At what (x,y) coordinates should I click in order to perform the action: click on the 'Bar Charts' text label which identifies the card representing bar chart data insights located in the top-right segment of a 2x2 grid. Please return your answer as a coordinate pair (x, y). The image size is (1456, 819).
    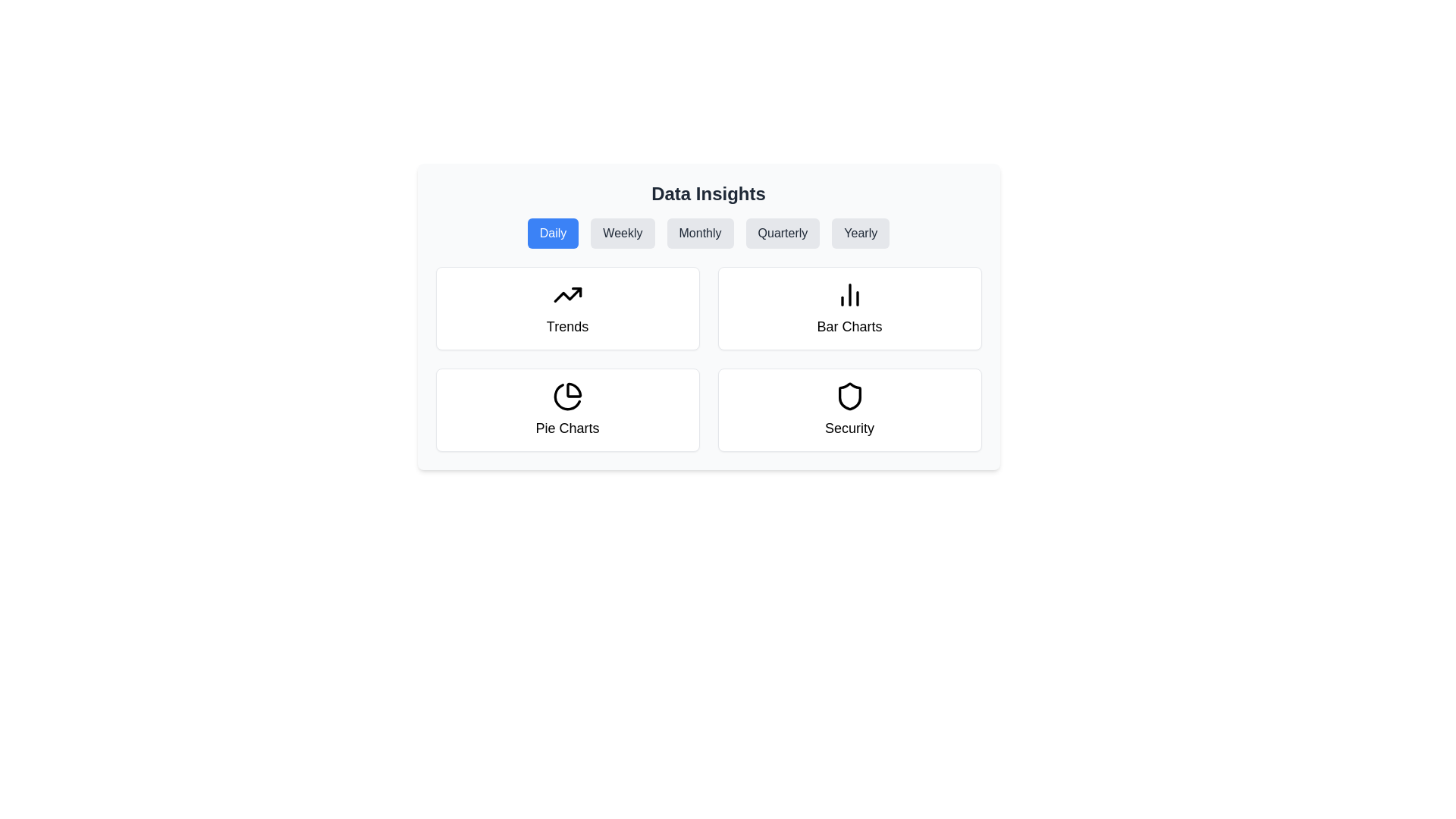
    Looking at the image, I should click on (849, 326).